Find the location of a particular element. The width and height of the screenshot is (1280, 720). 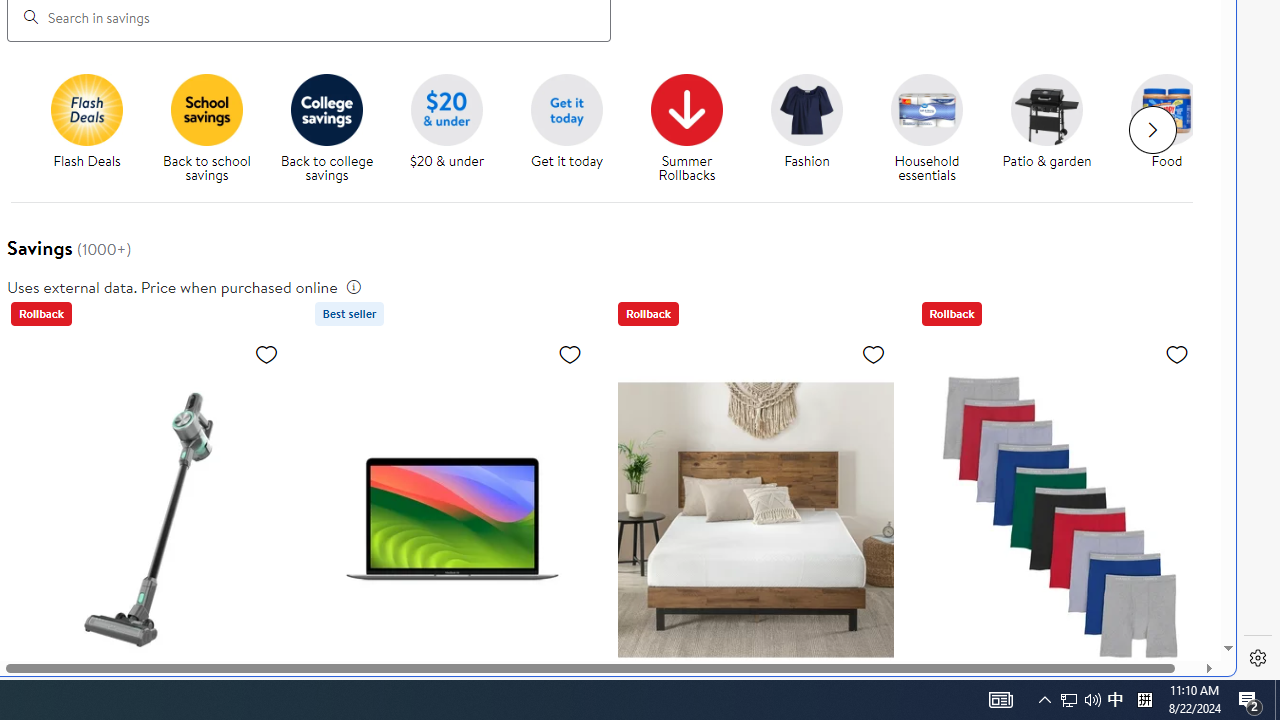

'Back to School savings Back to school savings' is located at coordinates (206, 129).